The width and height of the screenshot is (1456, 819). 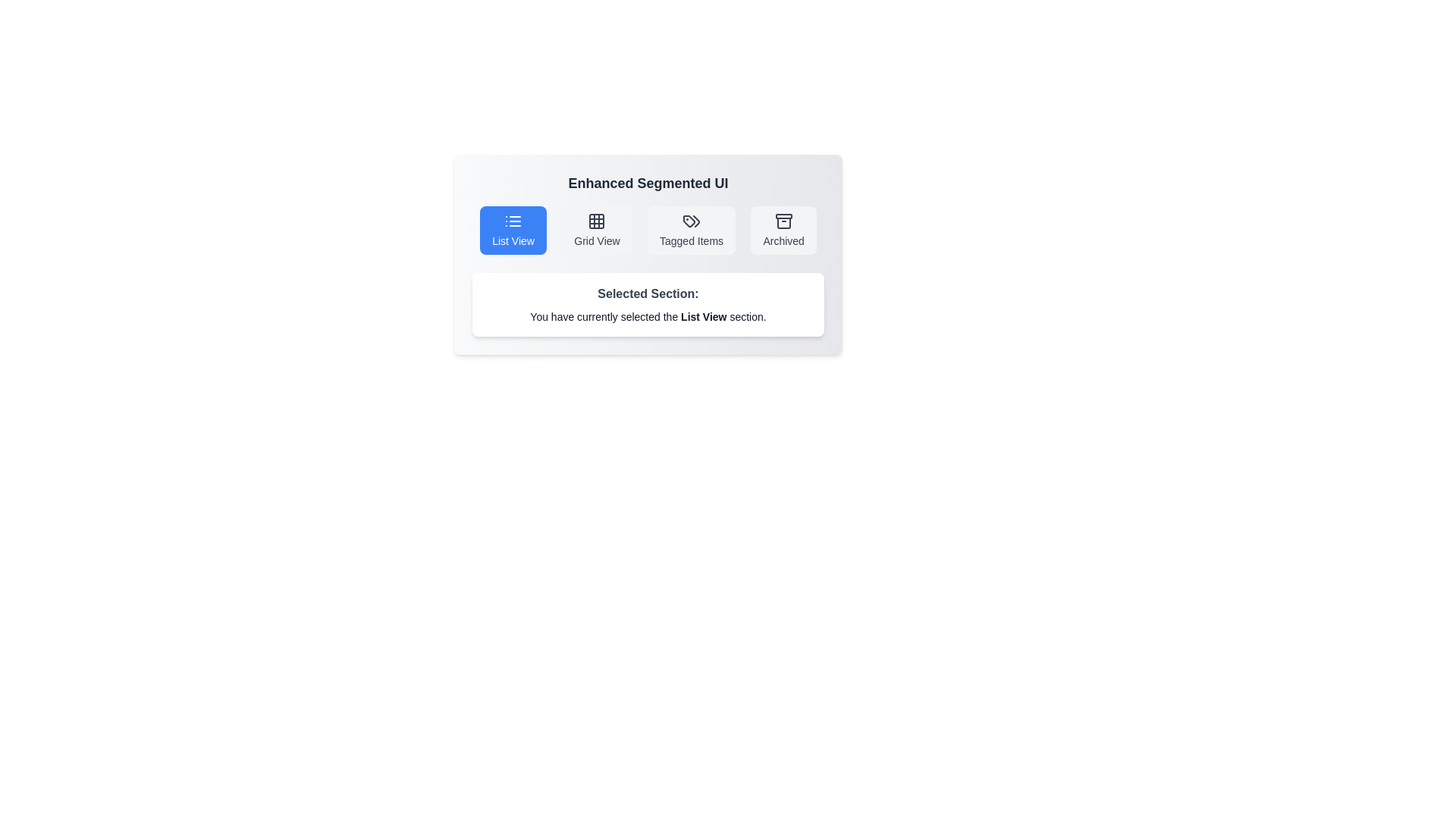 I want to click on the 'Grid View' icon in the segmented control interface, so click(x=596, y=221).